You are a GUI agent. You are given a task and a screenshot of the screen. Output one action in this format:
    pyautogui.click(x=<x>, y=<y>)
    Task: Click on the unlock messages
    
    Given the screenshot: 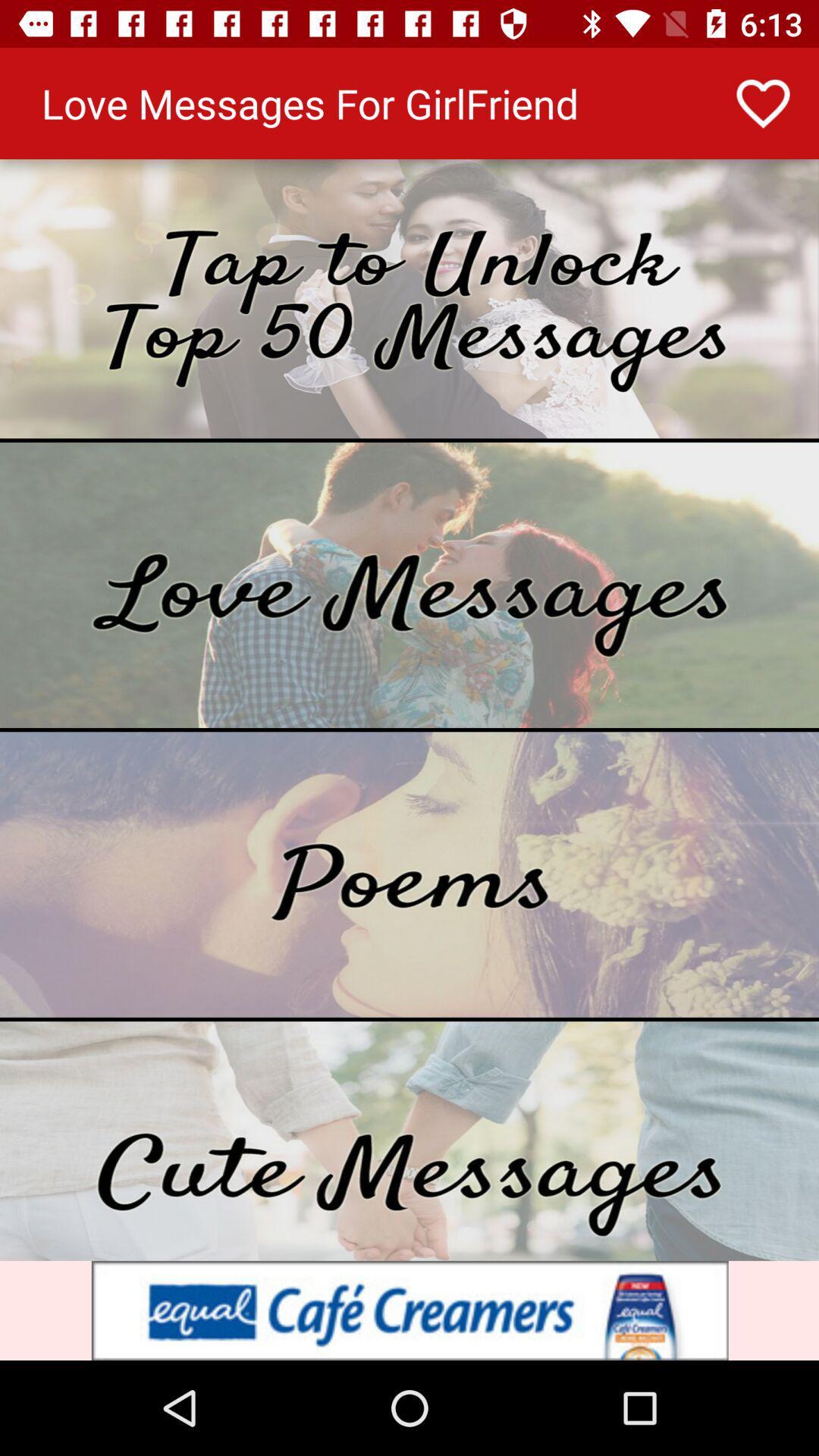 What is the action you would take?
    pyautogui.click(x=409, y=299)
    